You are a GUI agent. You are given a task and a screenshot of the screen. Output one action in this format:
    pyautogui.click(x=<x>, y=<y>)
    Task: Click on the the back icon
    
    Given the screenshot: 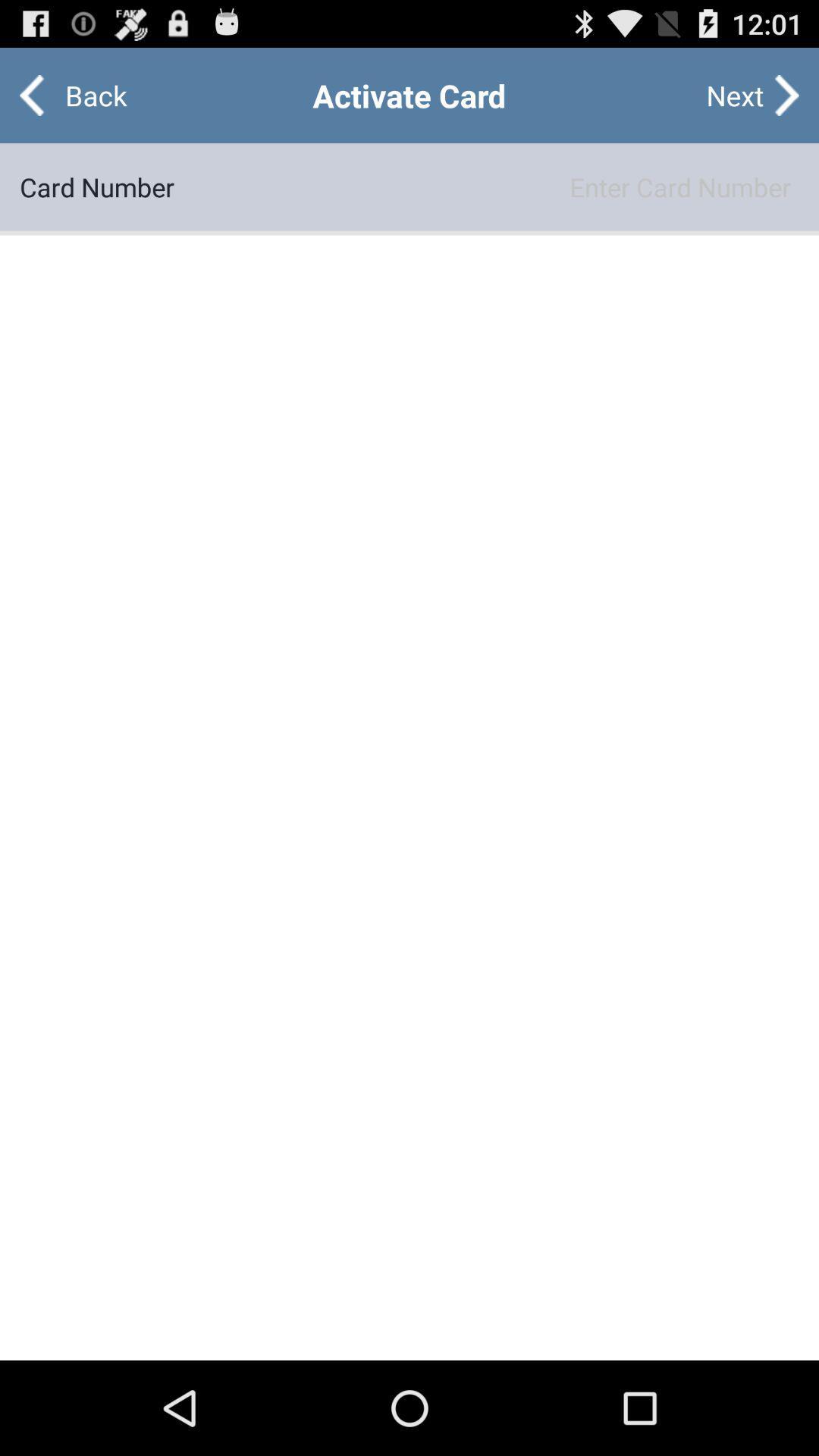 What is the action you would take?
    pyautogui.click(x=83, y=94)
    